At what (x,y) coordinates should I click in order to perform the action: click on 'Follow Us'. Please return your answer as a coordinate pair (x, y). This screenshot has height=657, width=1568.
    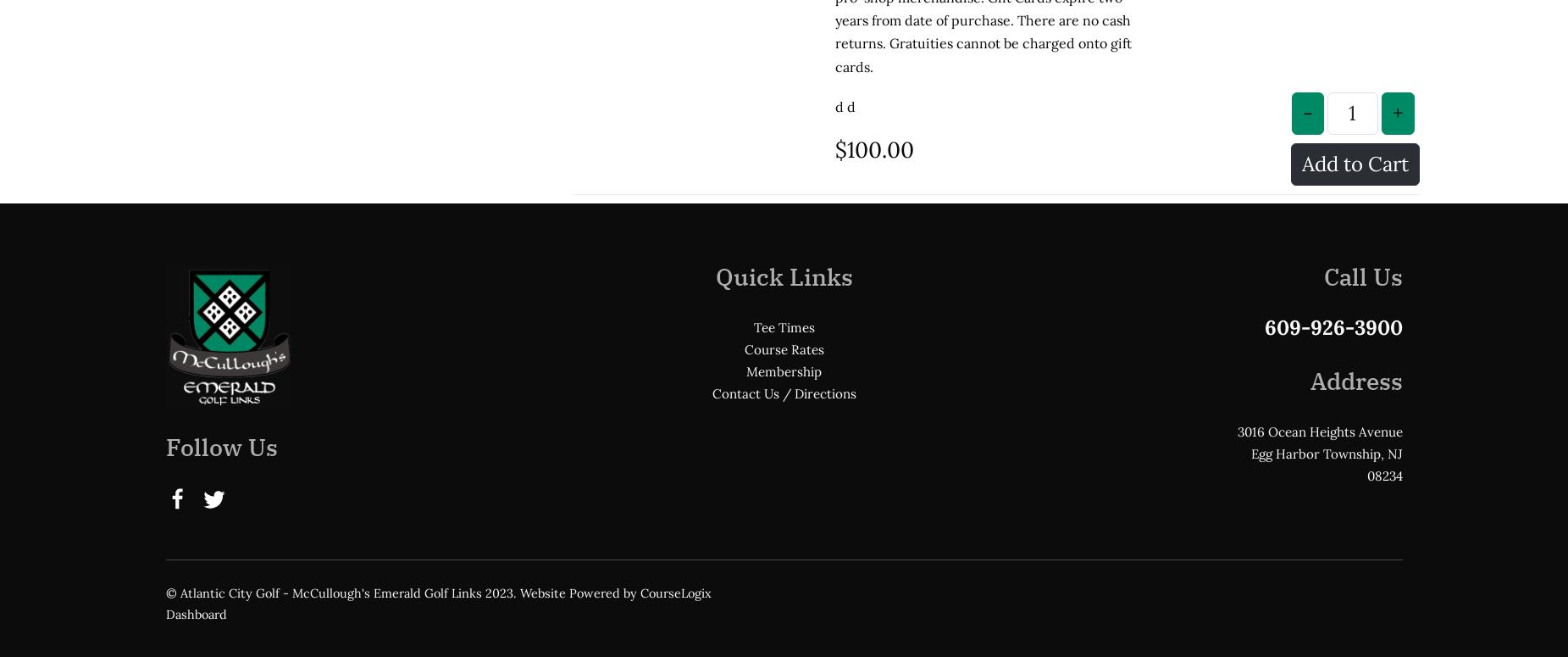
    Looking at the image, I should click on (163, 307).